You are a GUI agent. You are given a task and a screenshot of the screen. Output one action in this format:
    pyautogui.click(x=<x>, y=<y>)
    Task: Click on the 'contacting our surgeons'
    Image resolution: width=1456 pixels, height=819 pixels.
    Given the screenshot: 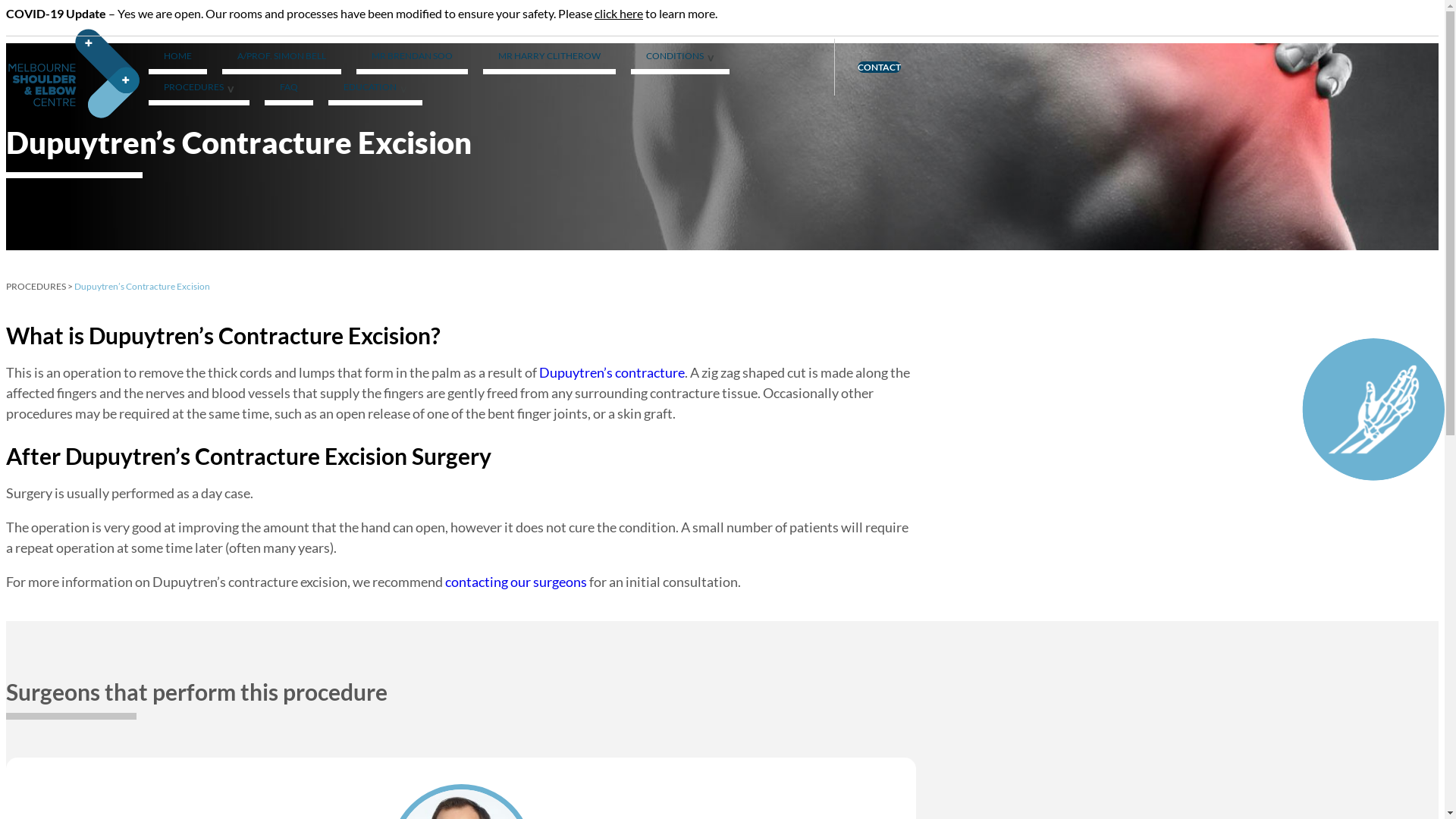 What is the action you would take?
    pyautogui.click(x=516, y=581)
    